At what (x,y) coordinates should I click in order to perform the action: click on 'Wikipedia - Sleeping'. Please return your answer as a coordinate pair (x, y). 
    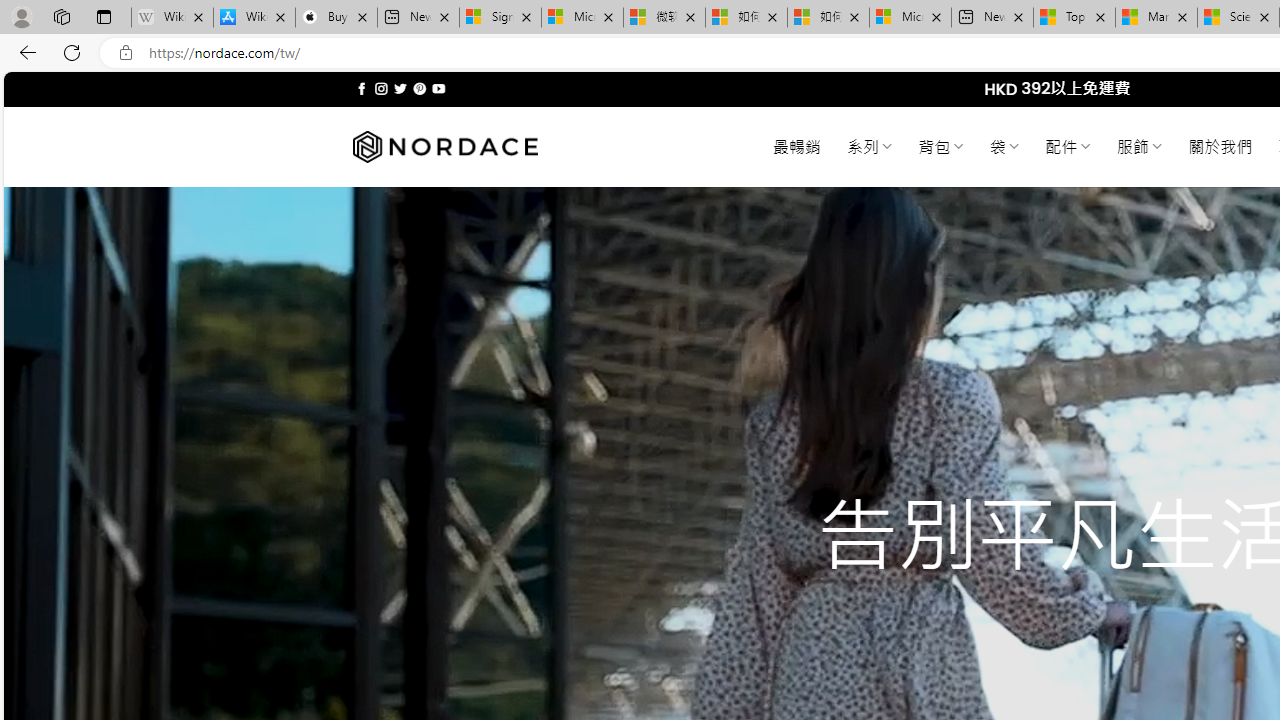
    Looking at the image, I should click on (172, 17).